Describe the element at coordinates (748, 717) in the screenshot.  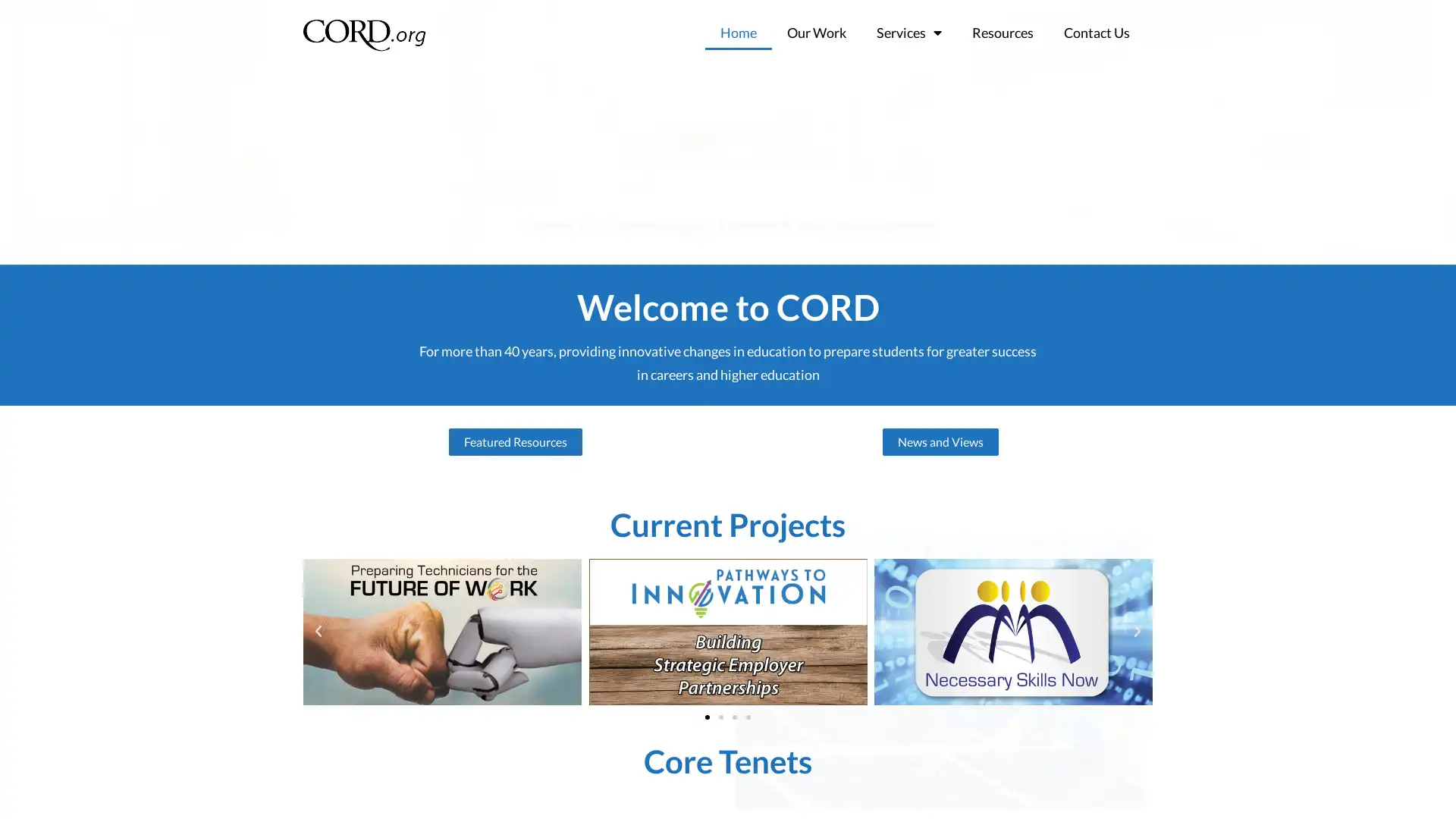
I see `Go to slide 4` at that location.